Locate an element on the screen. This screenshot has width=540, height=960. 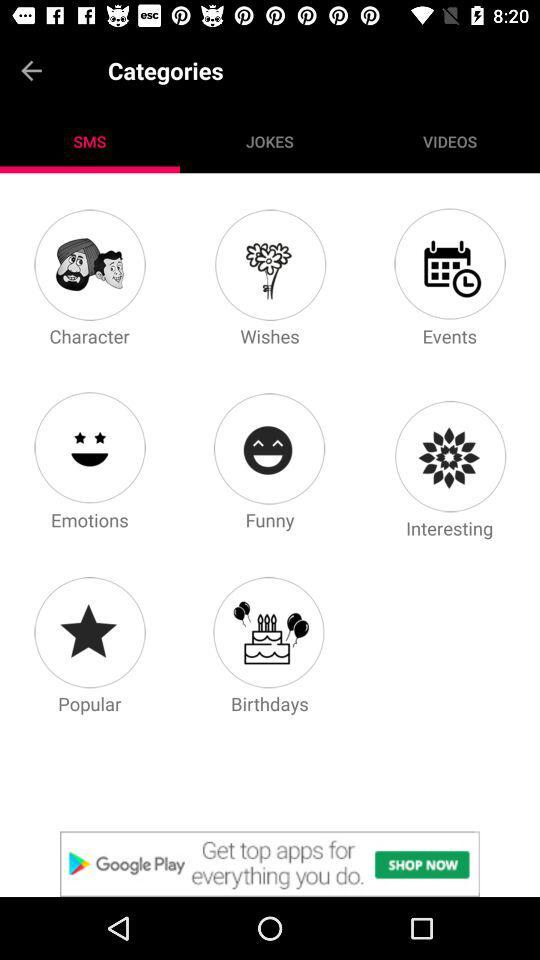
choose the selection is located at coordinates (270, 863).